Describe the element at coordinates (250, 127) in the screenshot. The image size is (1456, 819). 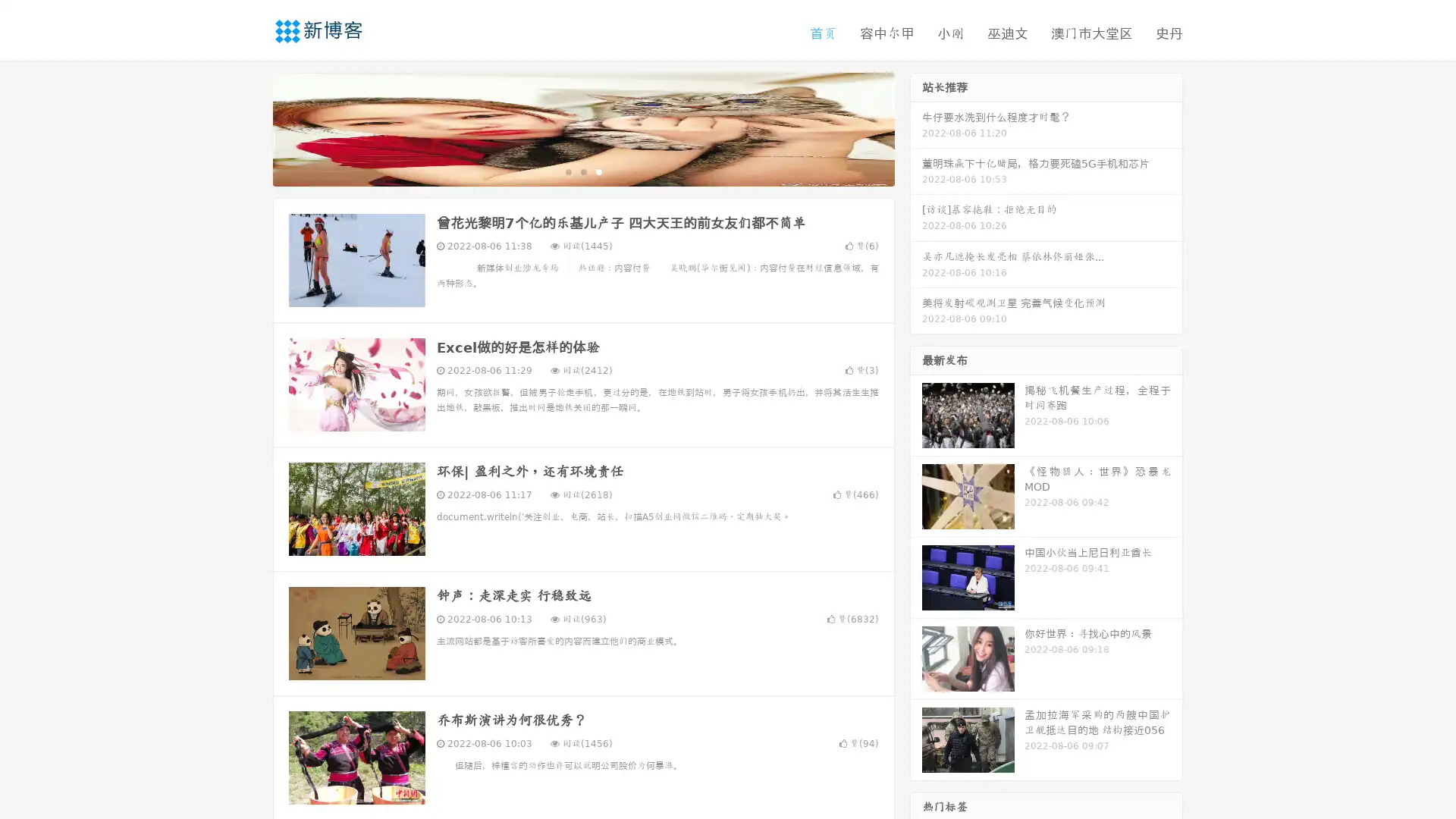
I see `Previous slide` at that location.